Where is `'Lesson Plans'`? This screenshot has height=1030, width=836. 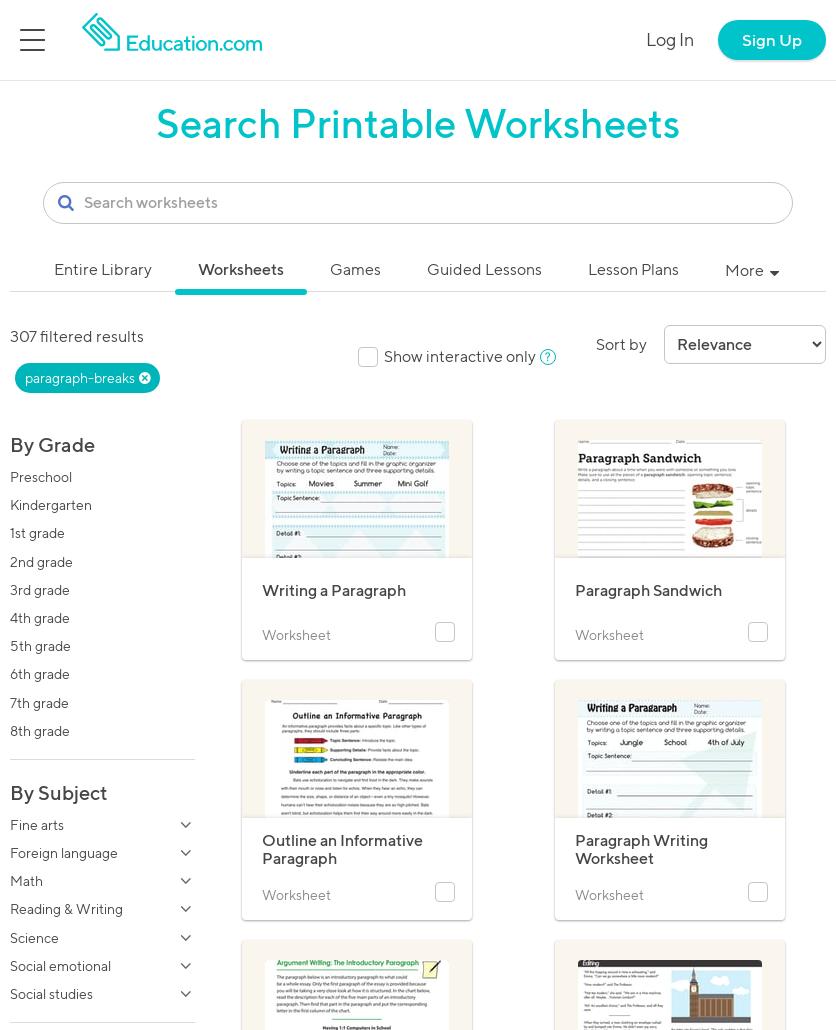
'Lesson Plans' is located at coordinates (633, 268).